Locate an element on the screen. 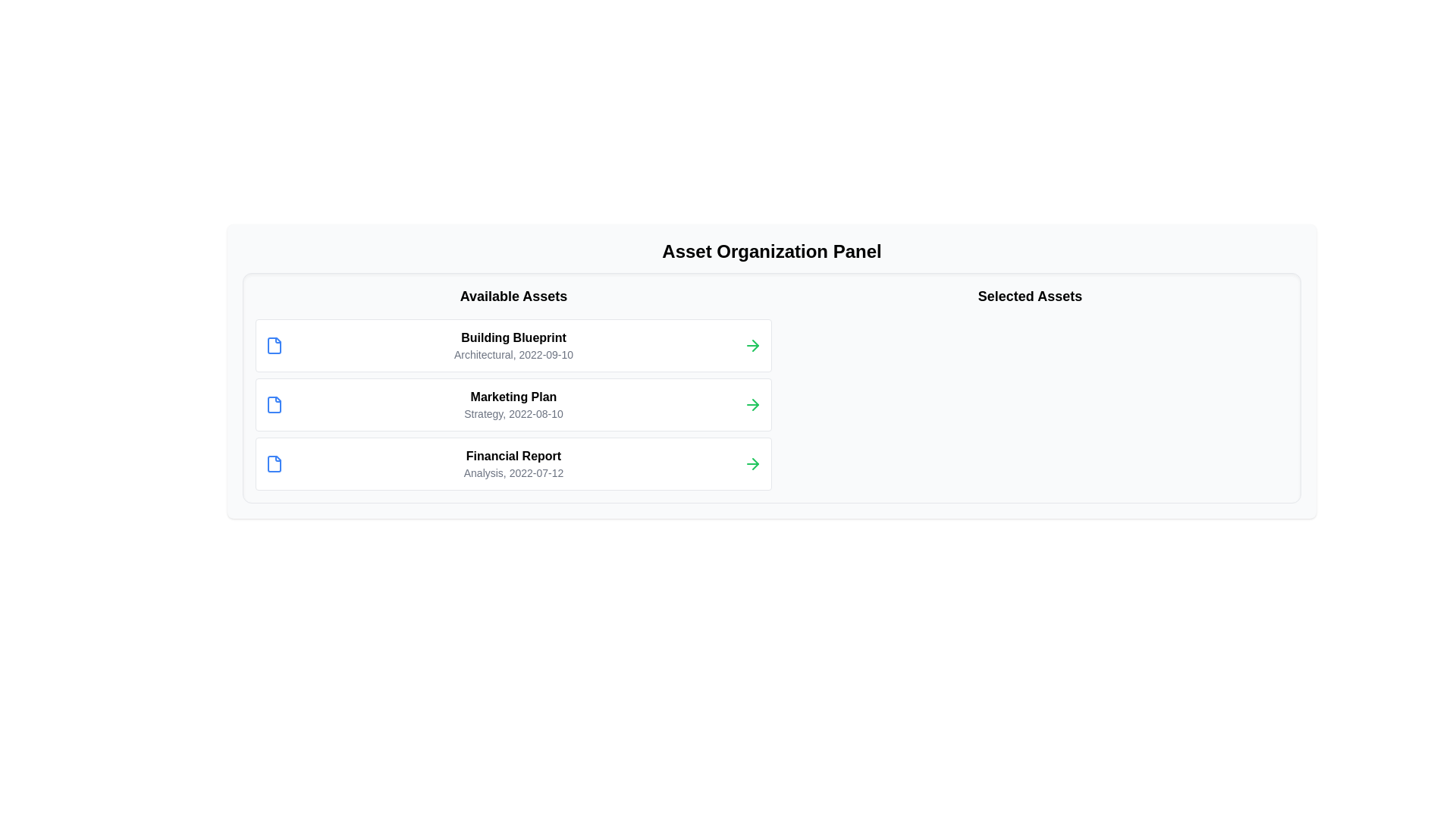 The width and height of the screenshot is (1456, 819). the text block containing the title 'Financial Report' and the subtitle 'Analysis, 2022-07-12' by clicking on its center point is located at coordinates (513, 463).